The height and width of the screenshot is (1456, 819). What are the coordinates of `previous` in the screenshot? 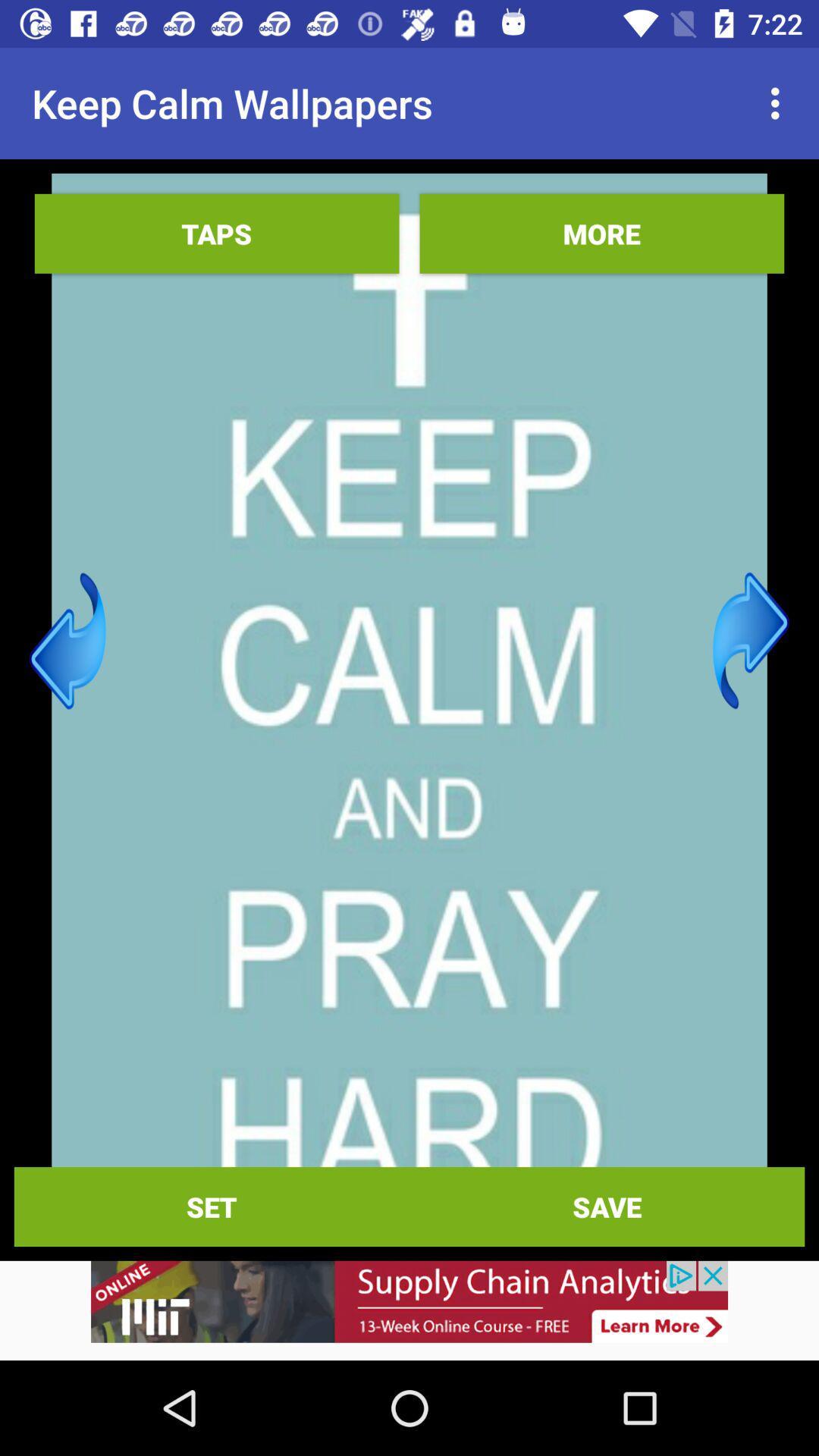 It's located at (67, 641).